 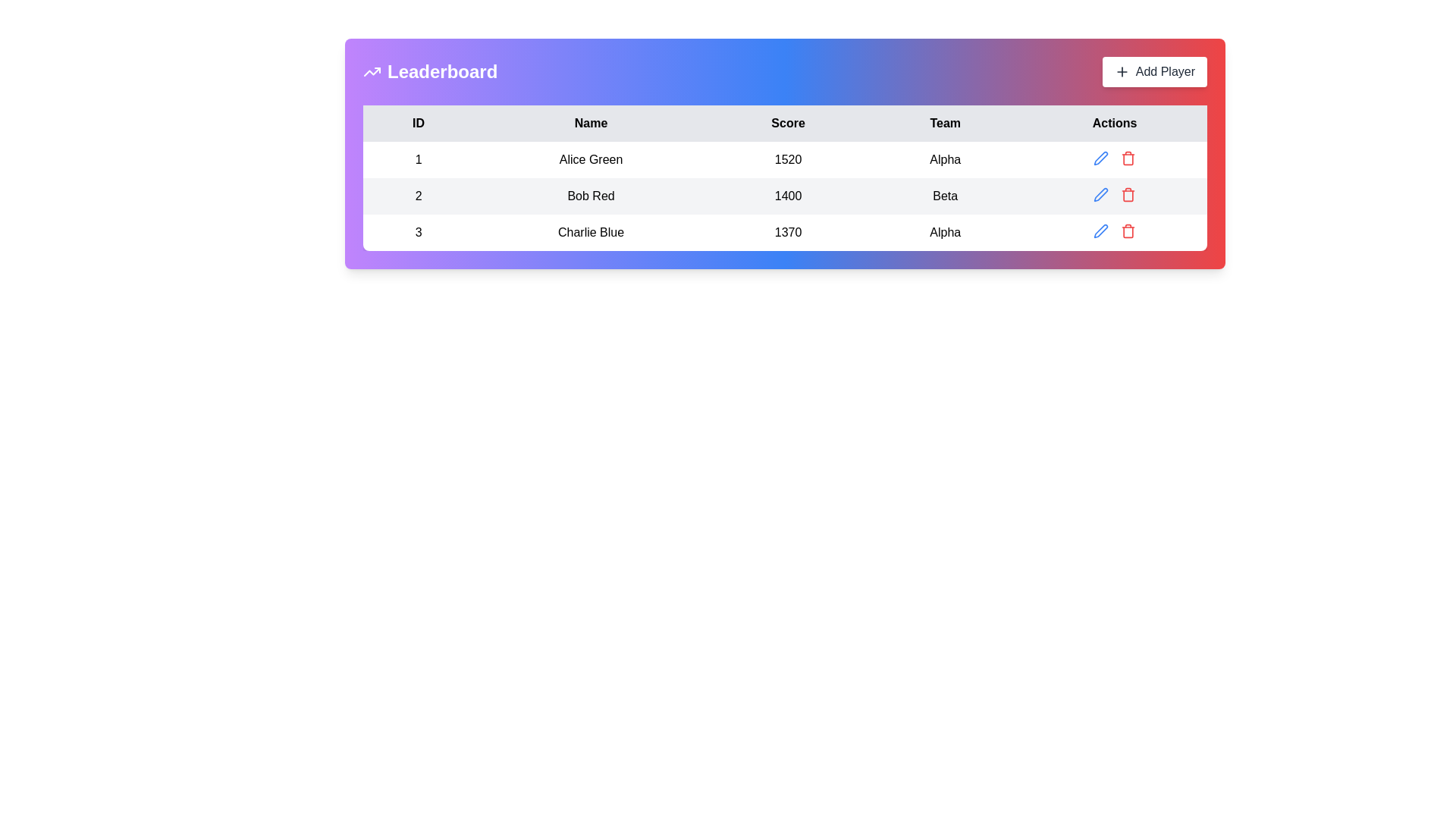 What do you see at coordinates (944, 233) in the screenshot?
I see `the text label displaying 'Alpha' in black font, located in the 'Team' column of the third row in the leaderboard table` at bounding box center [944, 233].